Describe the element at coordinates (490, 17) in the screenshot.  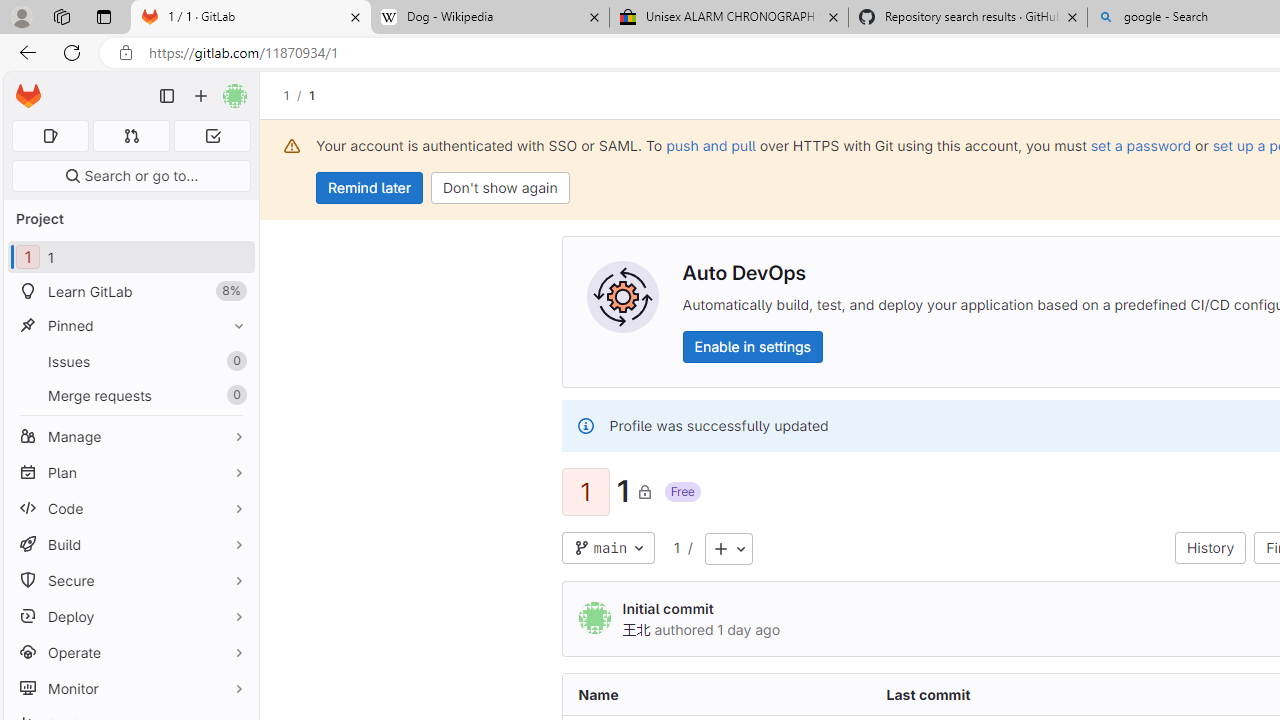
I see `'Dog - Wikipedia'` at that location.